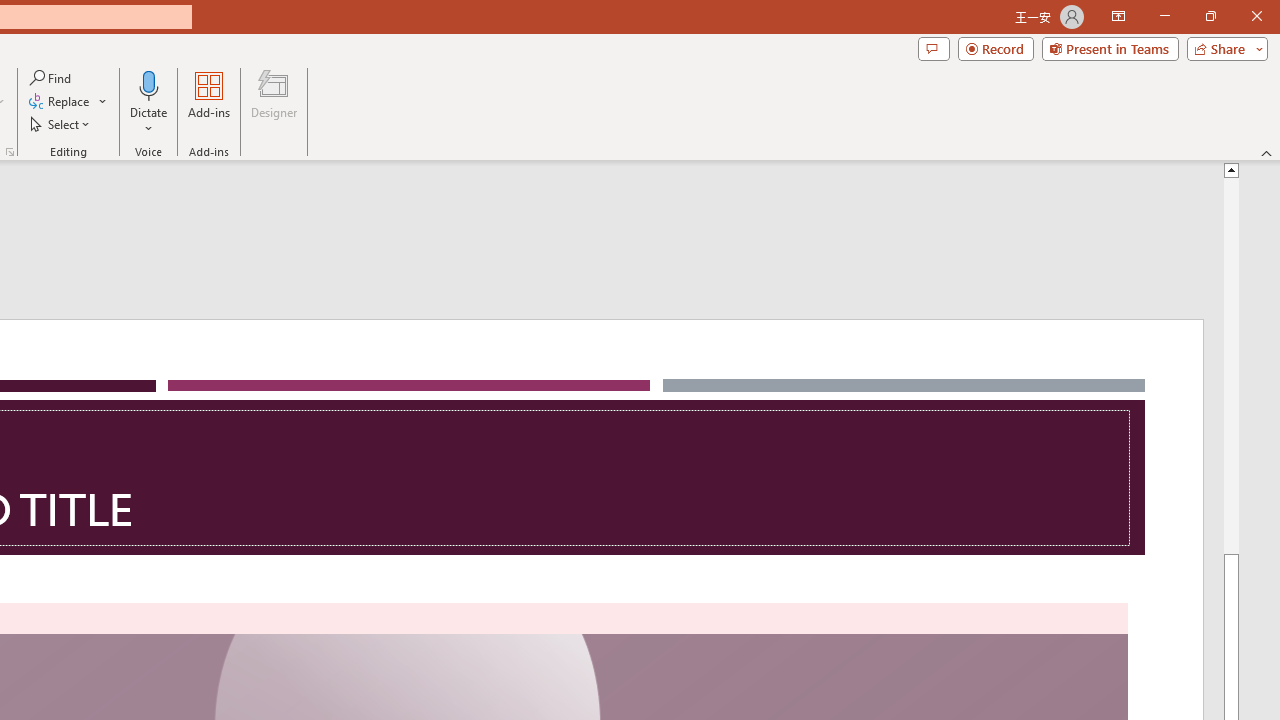 Image resolution: width=1280 pixels, height=720 pixels. What do you see at coordinates (148, 103) in the screenshot?
I see `'Dictate'` at bounding box center [148, 103].